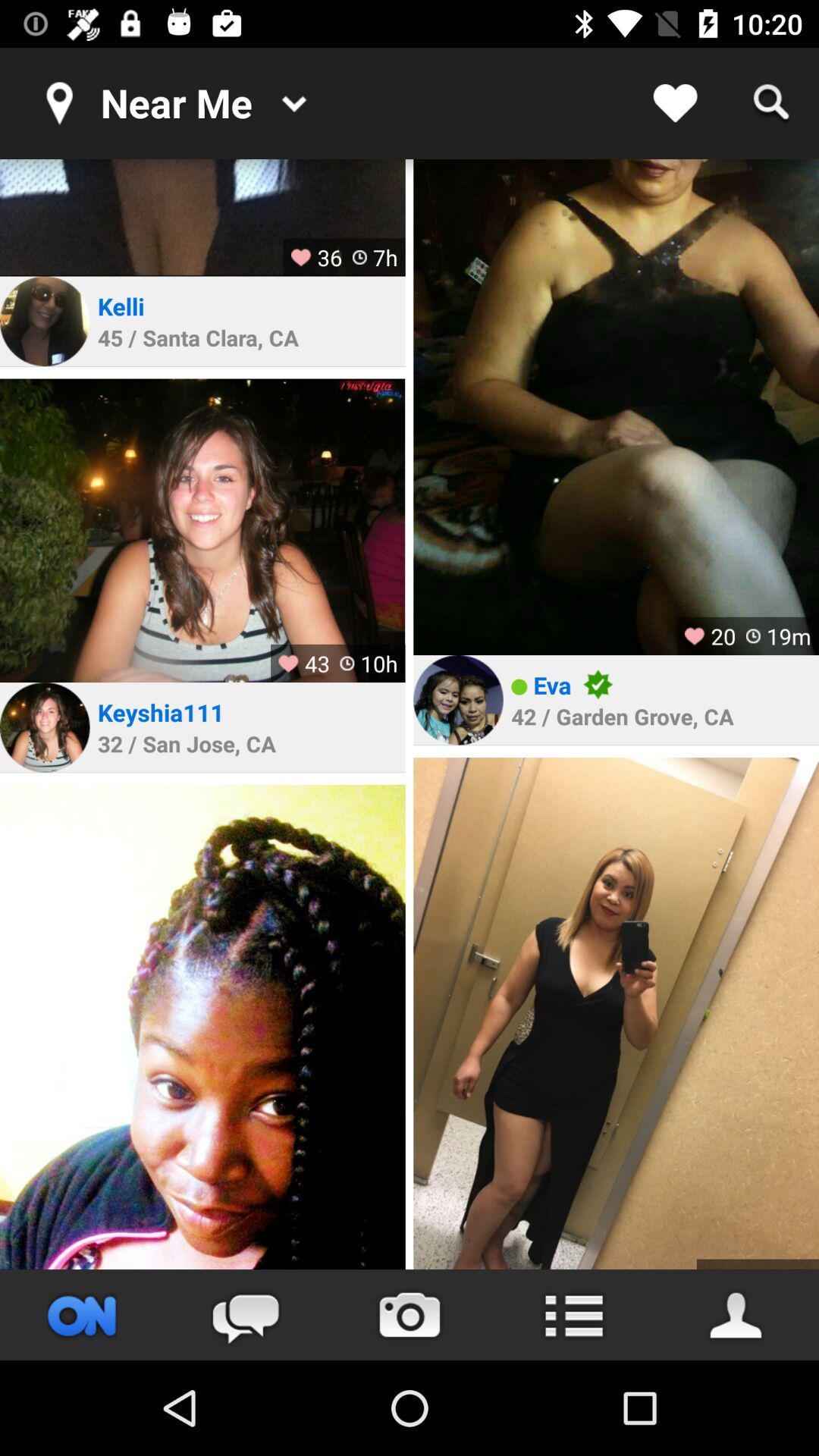  What do you see at coordinates (616, 407) in the screenshot?
I see `profile picture` at bounding box center [616, 407].